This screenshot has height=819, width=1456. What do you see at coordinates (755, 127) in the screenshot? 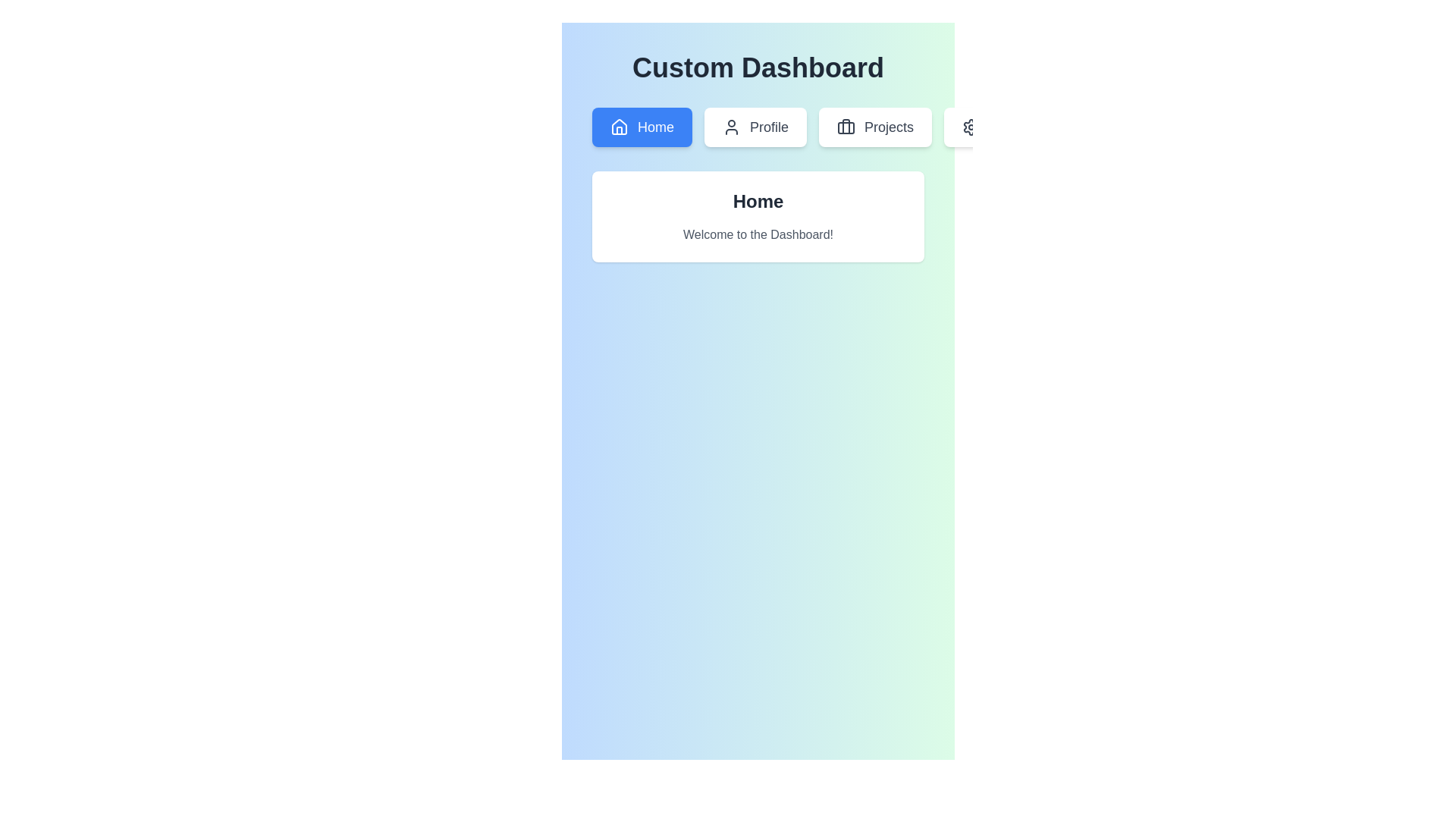
I see `the second button in the horizontal navigation group` at bounding box center [755, 127].